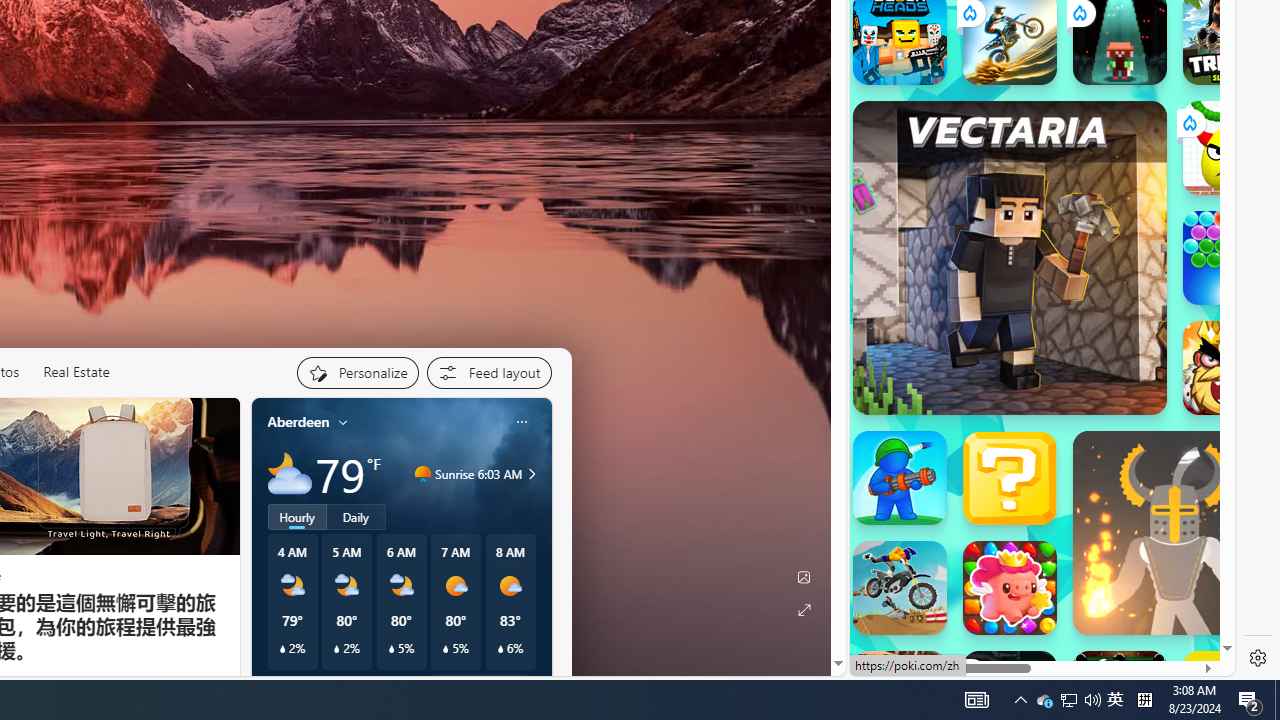 The height and width of the screenshot is (720, 1280). Describe the element at coordinates (803, 609) in the screenshot. I see `'Expand background'` at that location.